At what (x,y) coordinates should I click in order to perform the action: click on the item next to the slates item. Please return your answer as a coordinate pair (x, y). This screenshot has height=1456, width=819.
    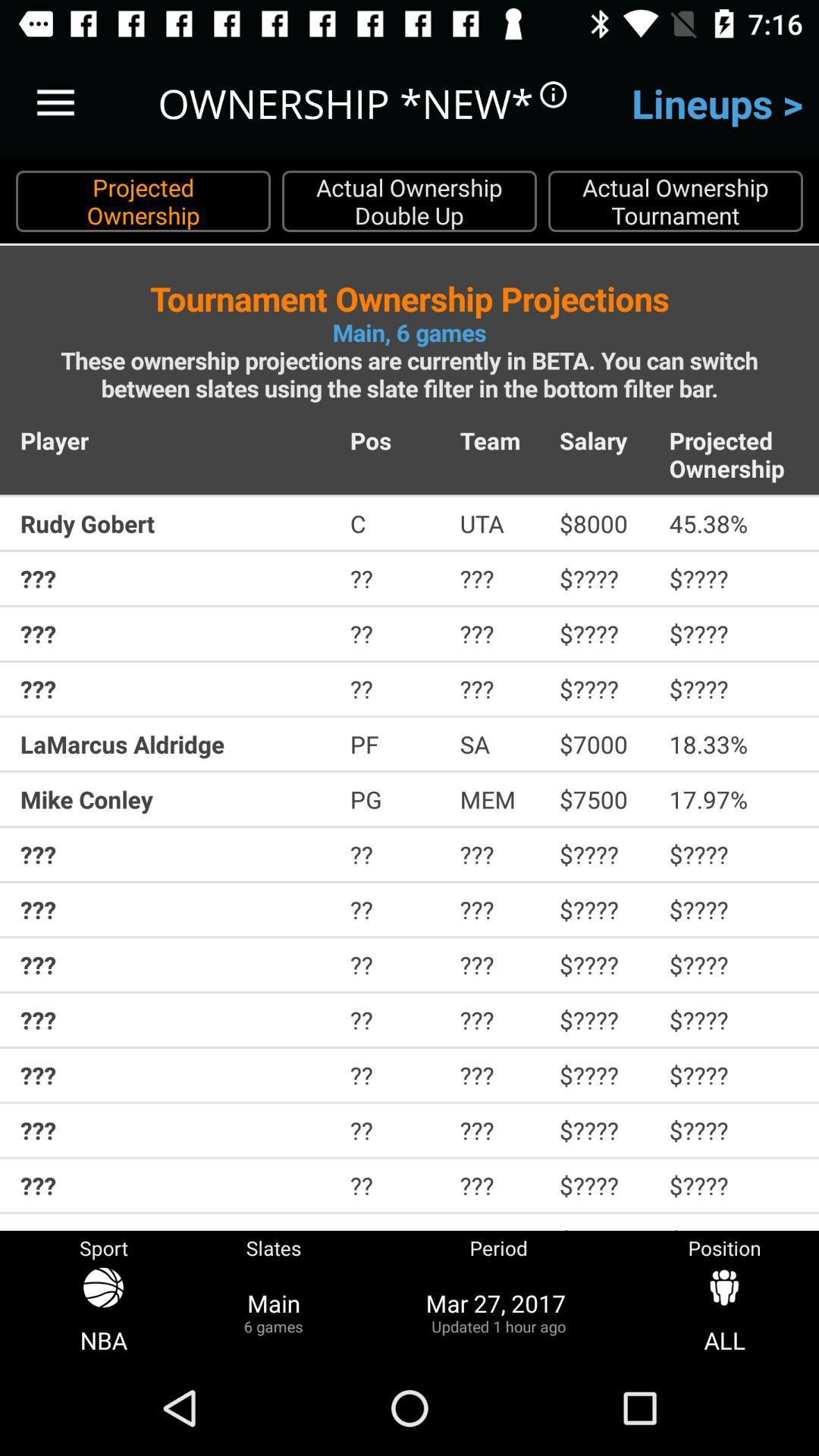
    Looking at the image, I should click on (499, 1311).